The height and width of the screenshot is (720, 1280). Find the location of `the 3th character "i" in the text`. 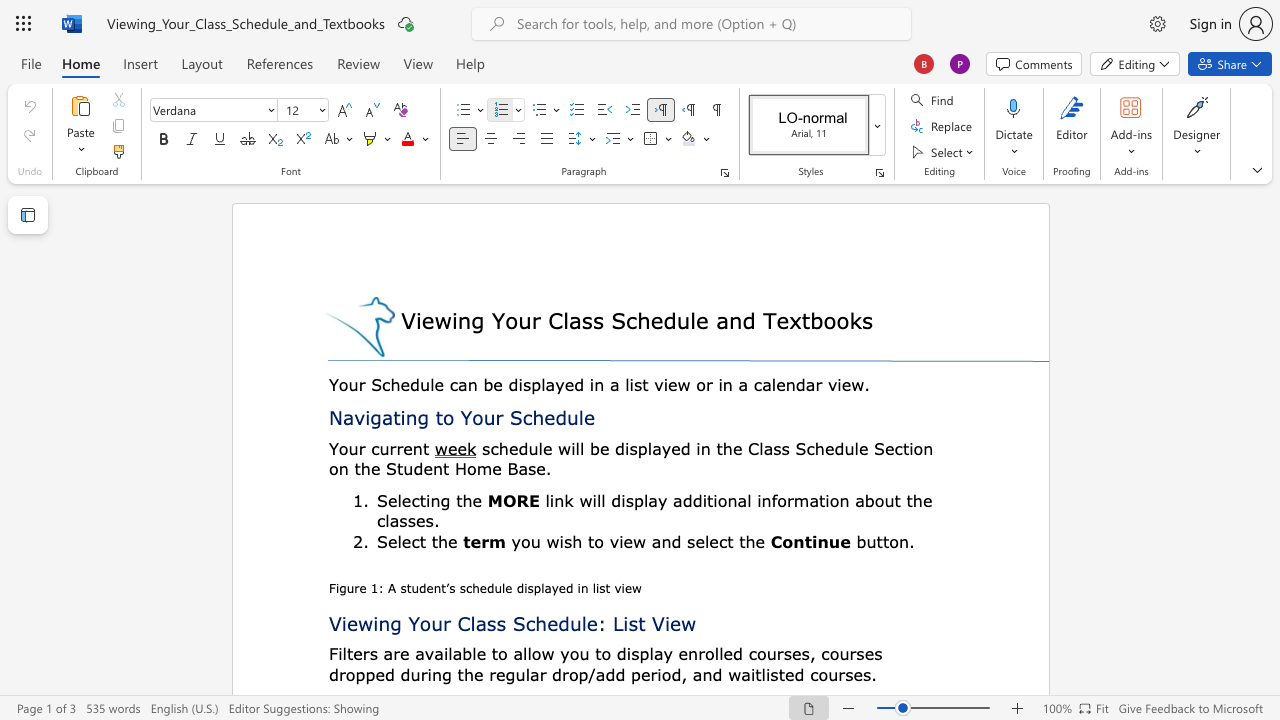

the 3th character "i" in the text is located at coordinates (578, 587).